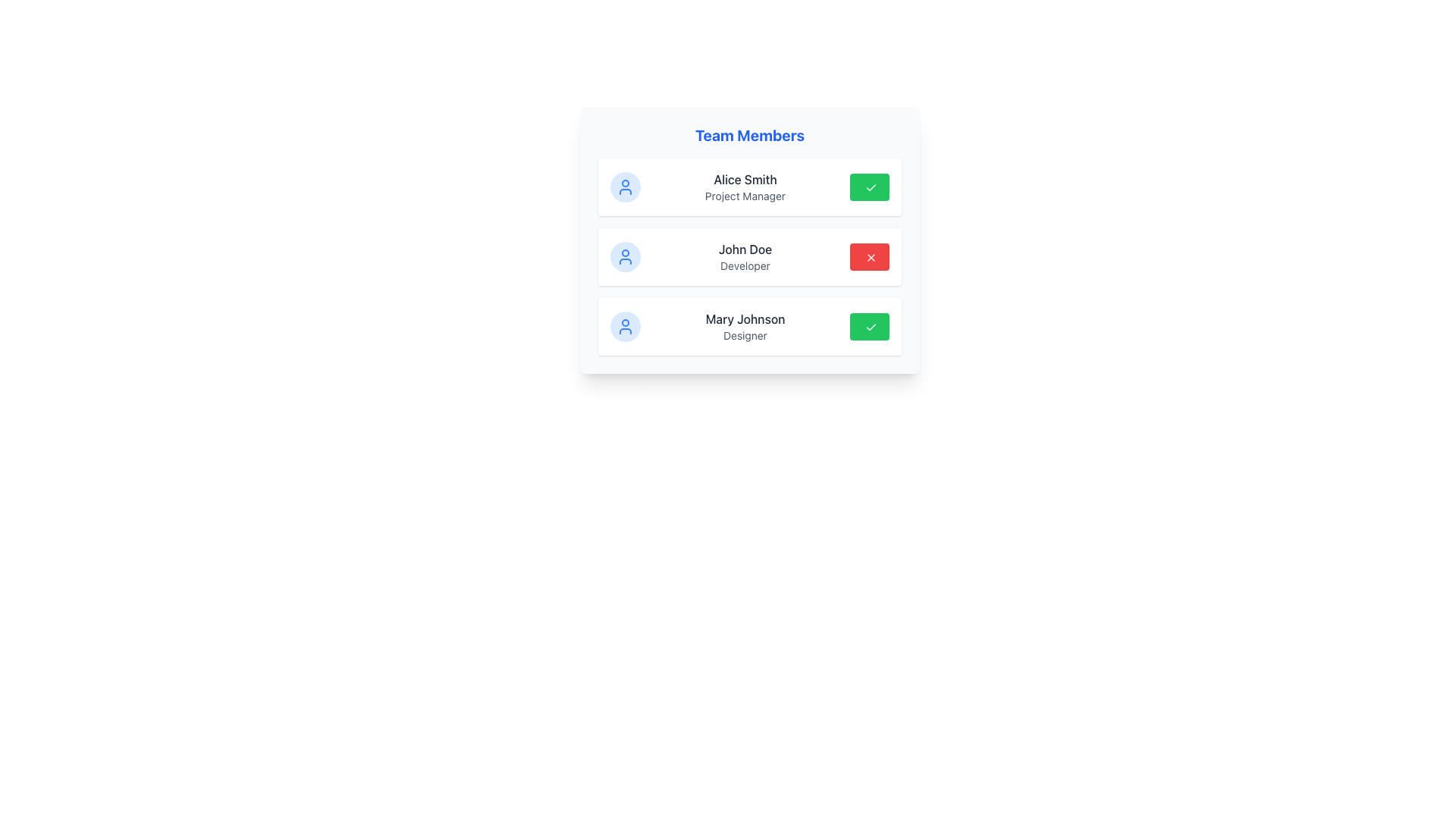 The height and width of the screenshot is (819, 1456). I want to click on the removal SVG icon located to the far right of the list item for 'John Doe', the Developer, so click(871, 256).